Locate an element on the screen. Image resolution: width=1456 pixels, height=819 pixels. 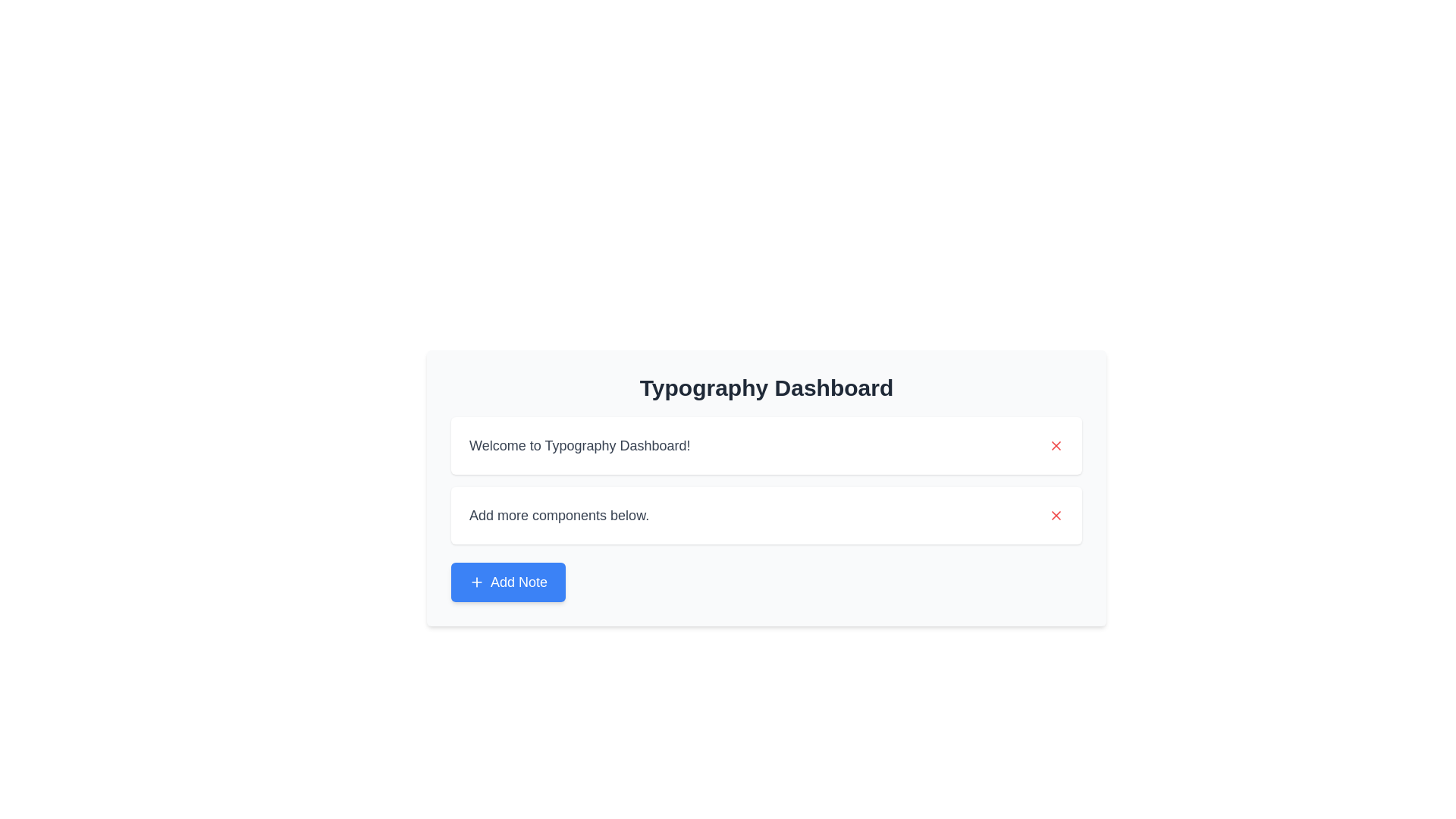
the static text element that reads 'Welcome to Typography Dashboard!', which is styled with a larger font size and gray color, located within a white background box with rounded corners is located at coordinates (579, 444).